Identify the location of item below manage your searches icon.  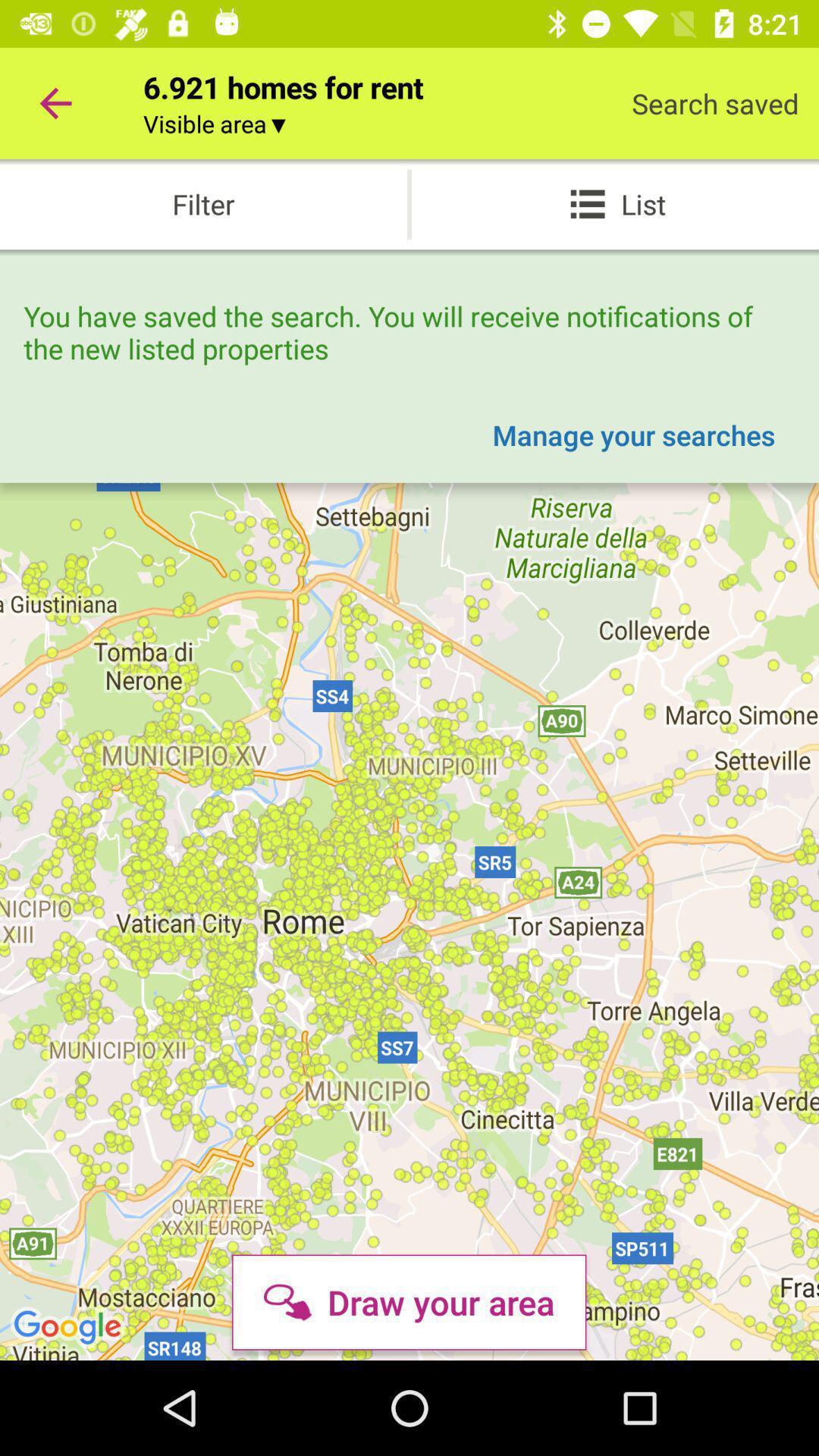
(408, 1301).